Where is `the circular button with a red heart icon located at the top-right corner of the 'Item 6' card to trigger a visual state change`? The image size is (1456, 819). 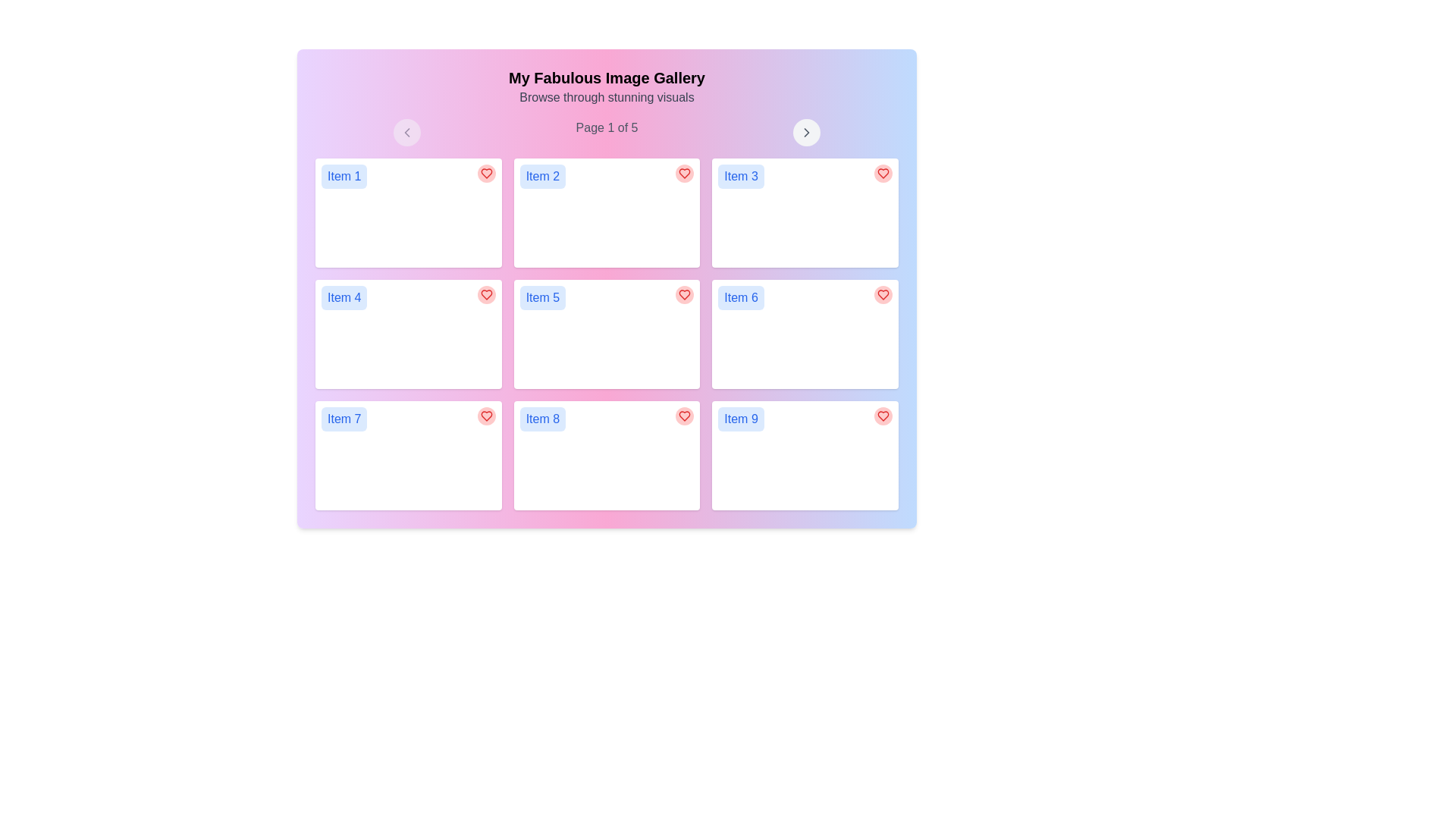
the circular button with a red heart icon located at the top-right corner of the 'Item 6' card to trigger a visual state change is located at coordinates (883, 295).